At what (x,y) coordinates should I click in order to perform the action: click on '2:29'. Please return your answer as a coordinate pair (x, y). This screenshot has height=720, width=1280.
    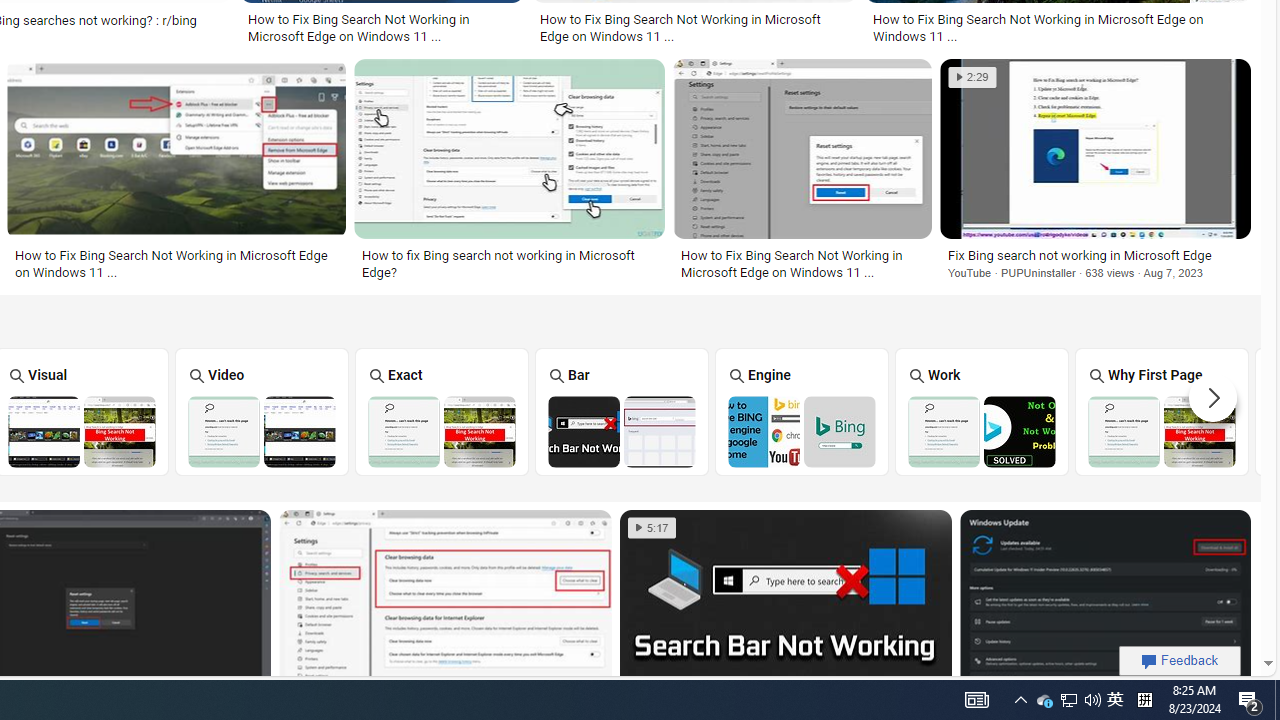
    Looking at the image, I should click on (972, 76).